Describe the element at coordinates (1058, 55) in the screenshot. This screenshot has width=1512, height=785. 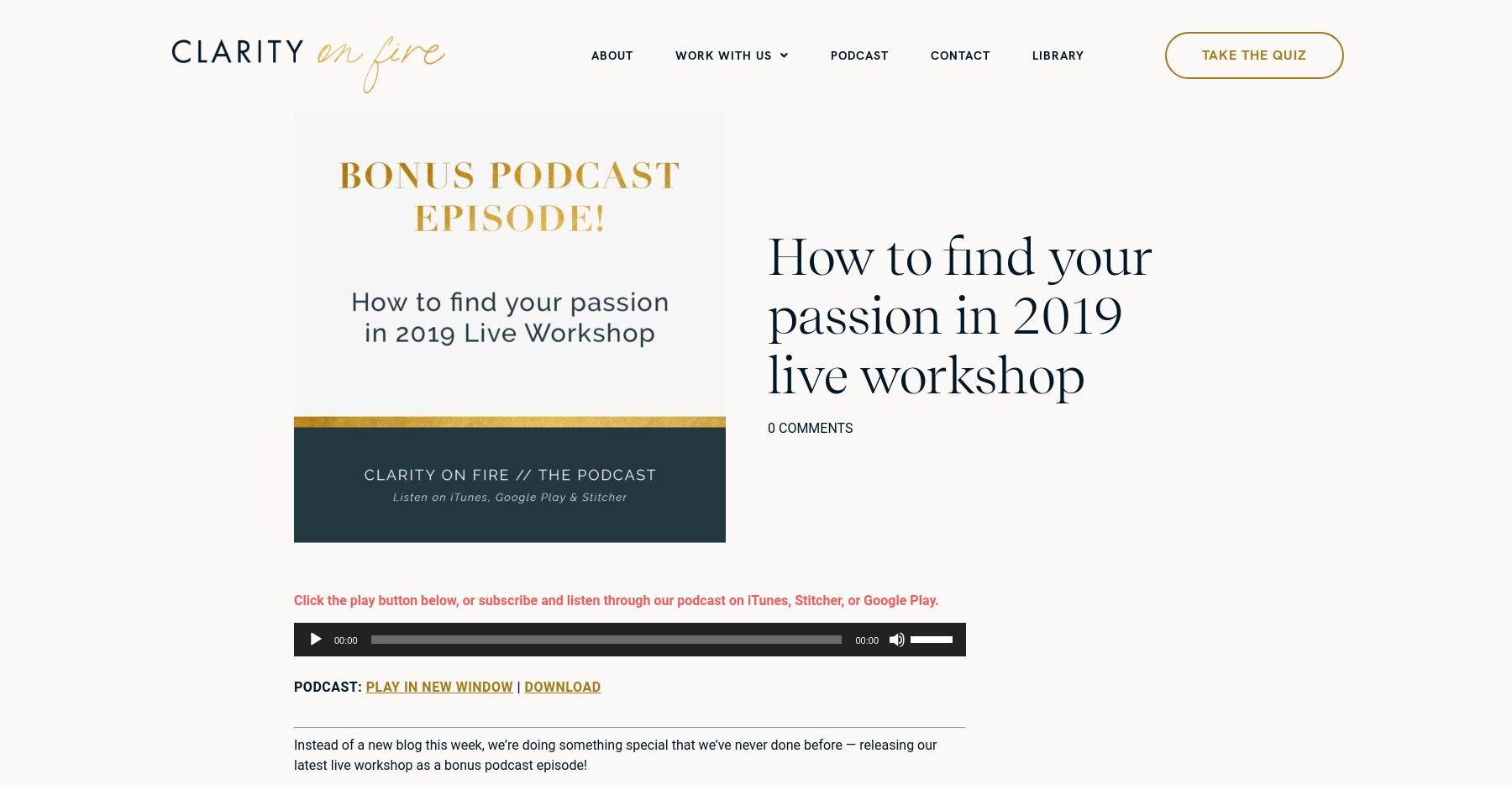
I see `'Library'` at that location.